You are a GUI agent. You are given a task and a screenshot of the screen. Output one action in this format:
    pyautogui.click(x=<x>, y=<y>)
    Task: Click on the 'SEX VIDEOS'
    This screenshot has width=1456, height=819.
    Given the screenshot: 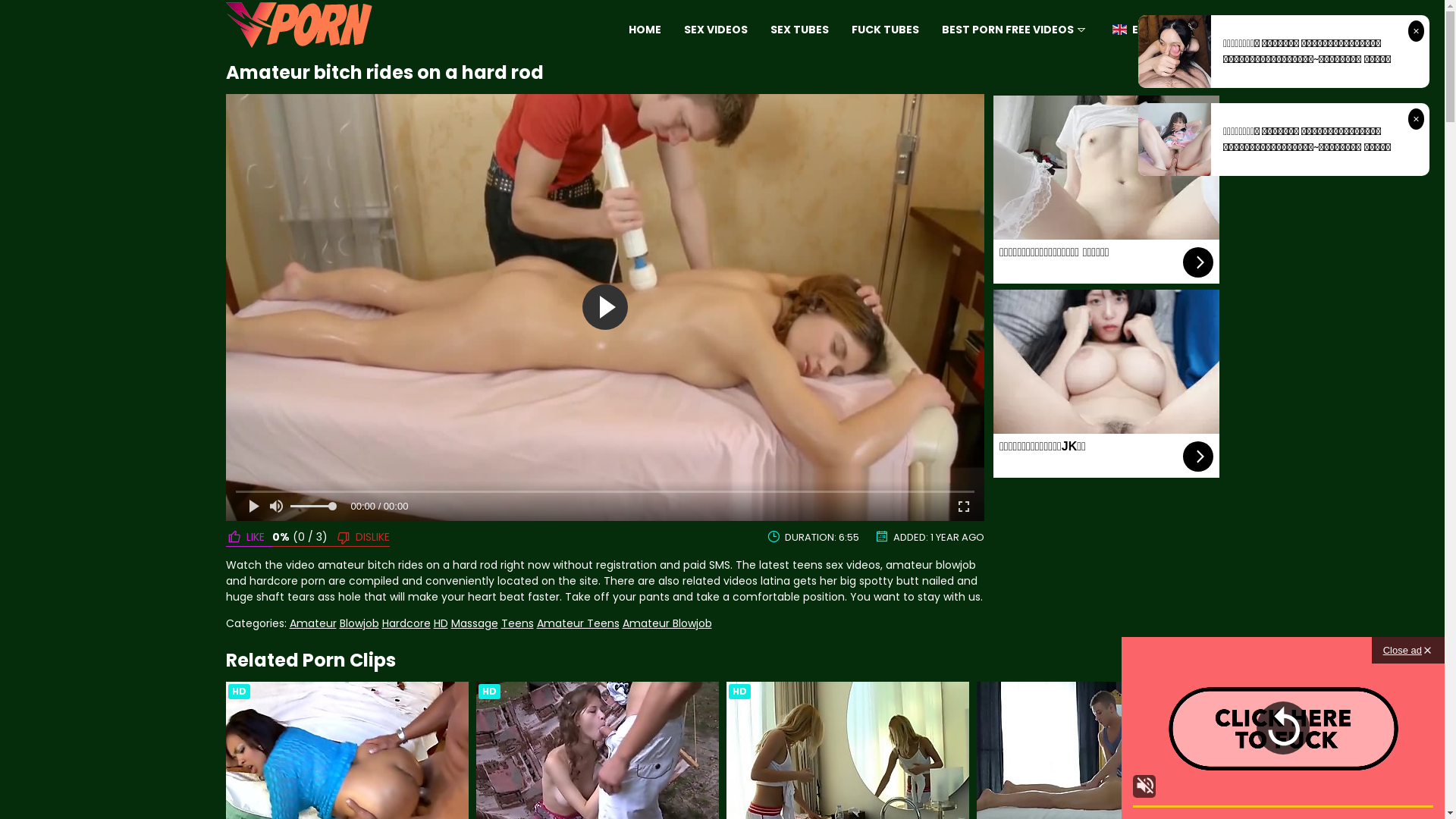 What is the action you would take?
    pyautogui.click(x=715, y=29)
    